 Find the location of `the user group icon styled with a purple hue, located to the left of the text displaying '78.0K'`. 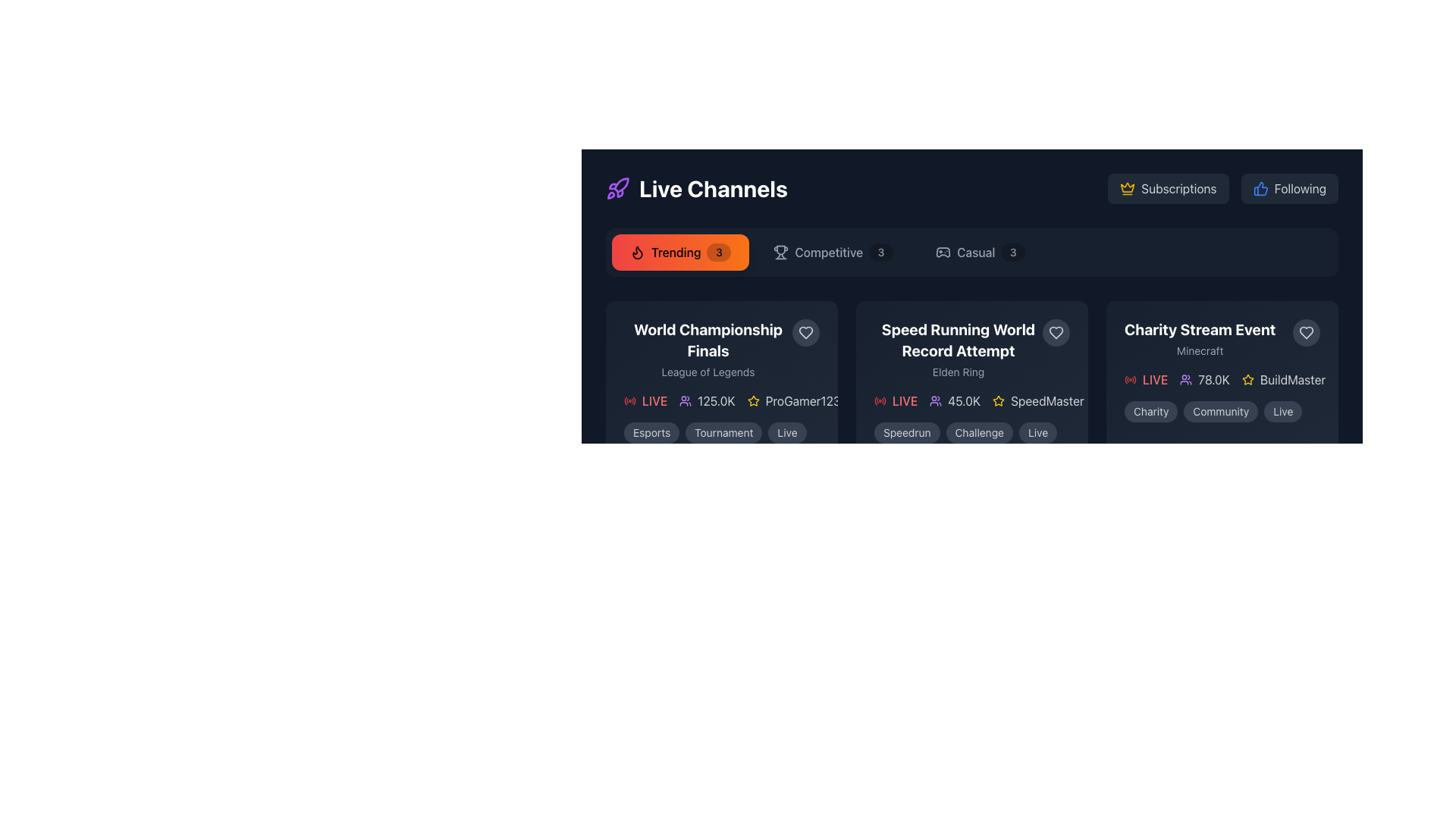

the user group icon styled with a purple hue, located to the left of the text displaying '78.0K' is located at coordinates (1185, 379).